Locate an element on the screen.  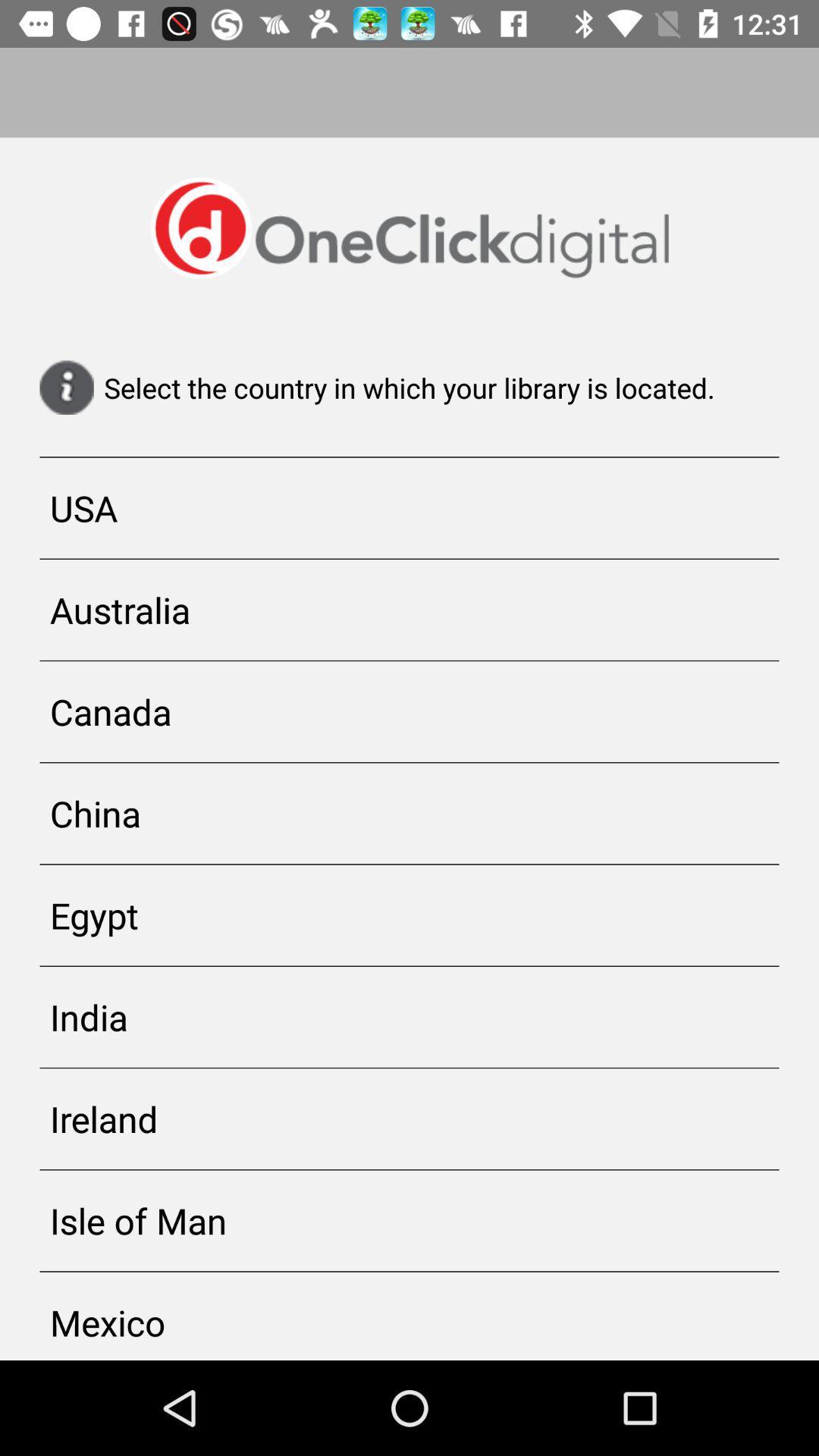
icon below canada is located at coordinates (409, 812).